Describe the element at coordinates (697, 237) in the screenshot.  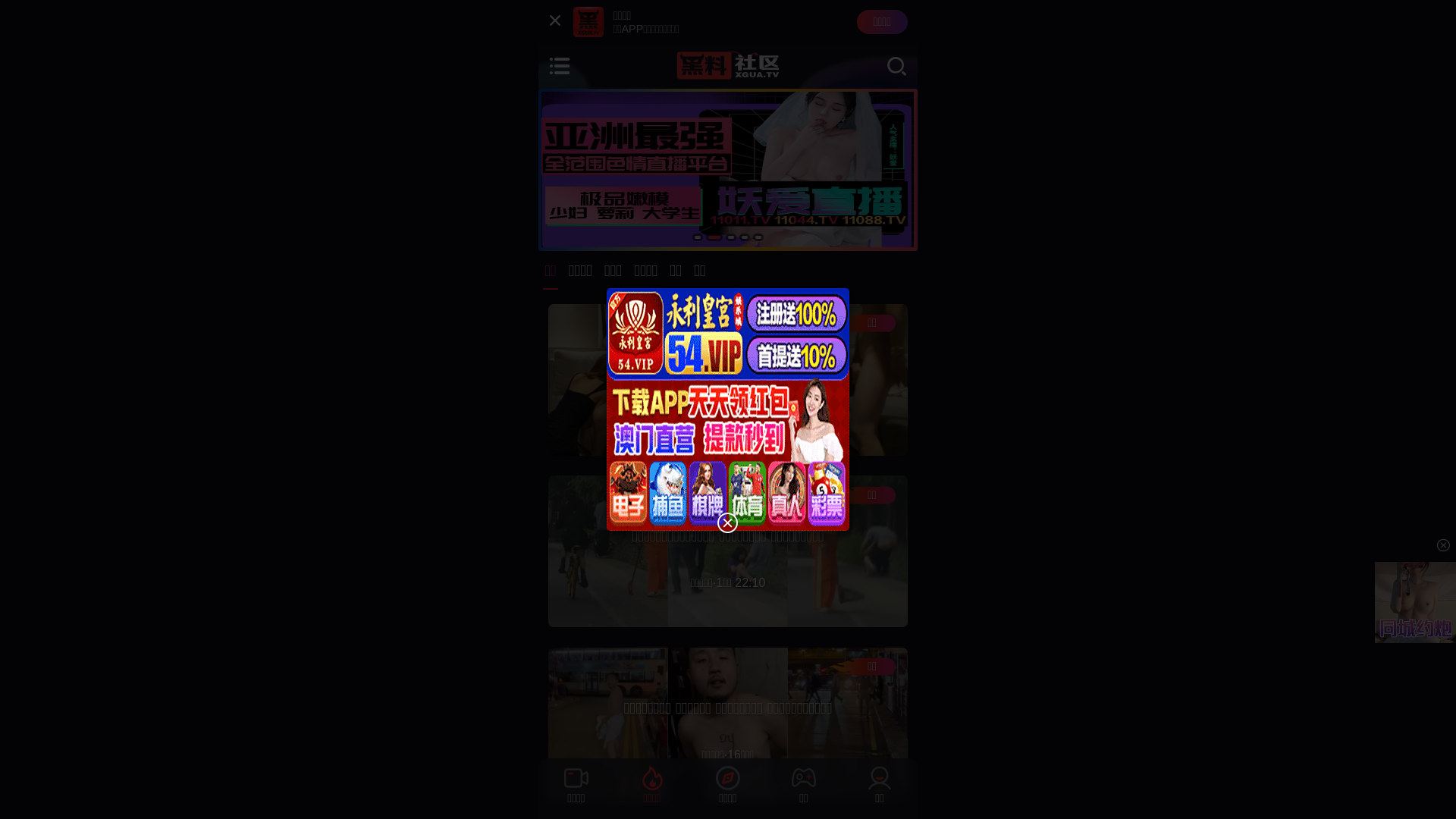
I see `'1'` at that location.